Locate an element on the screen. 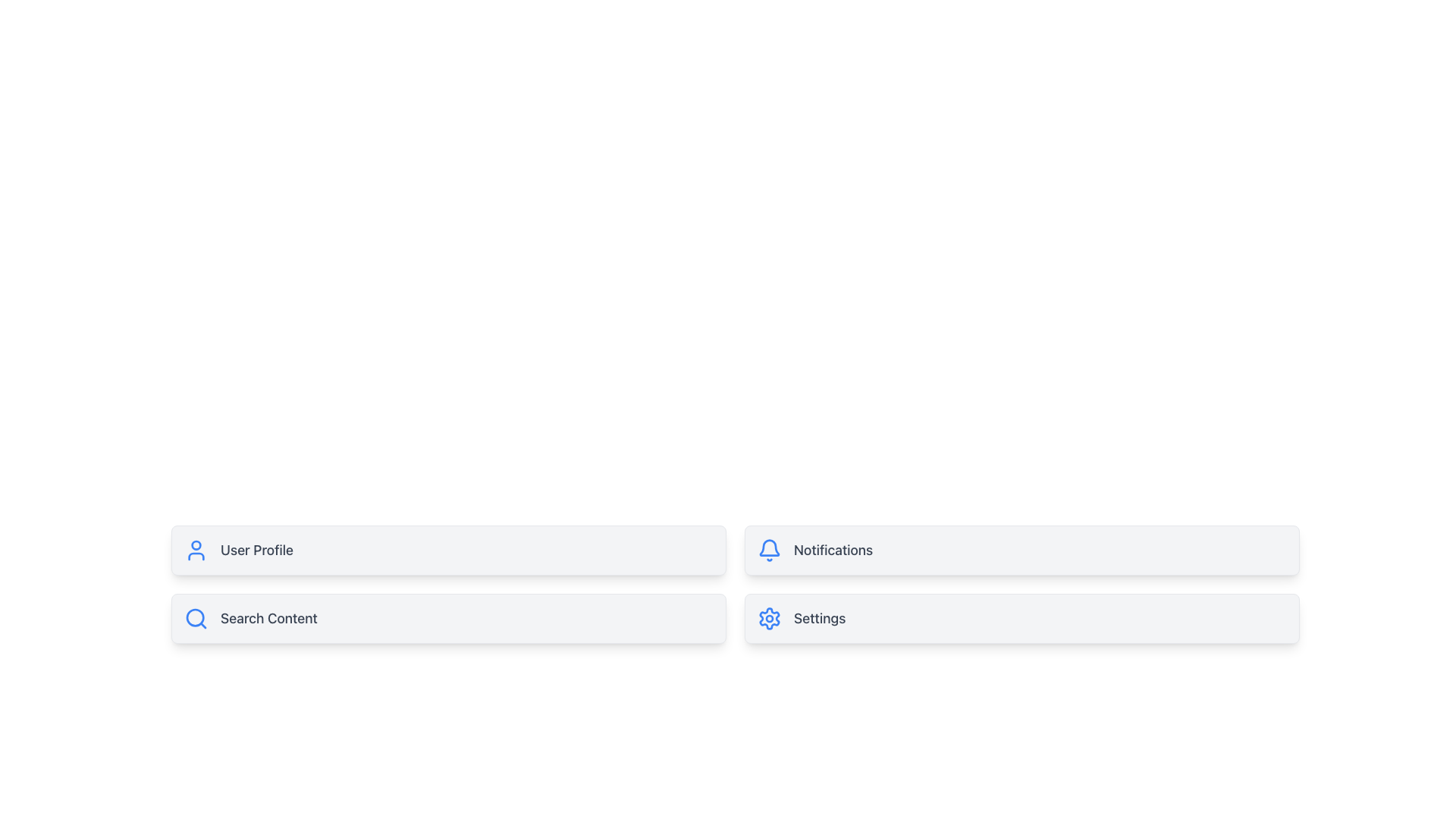 The image size is (1456, 819). the 'Notifications' label with the blue bell icon for accessibility actions is located at coordinates (1022, 550).